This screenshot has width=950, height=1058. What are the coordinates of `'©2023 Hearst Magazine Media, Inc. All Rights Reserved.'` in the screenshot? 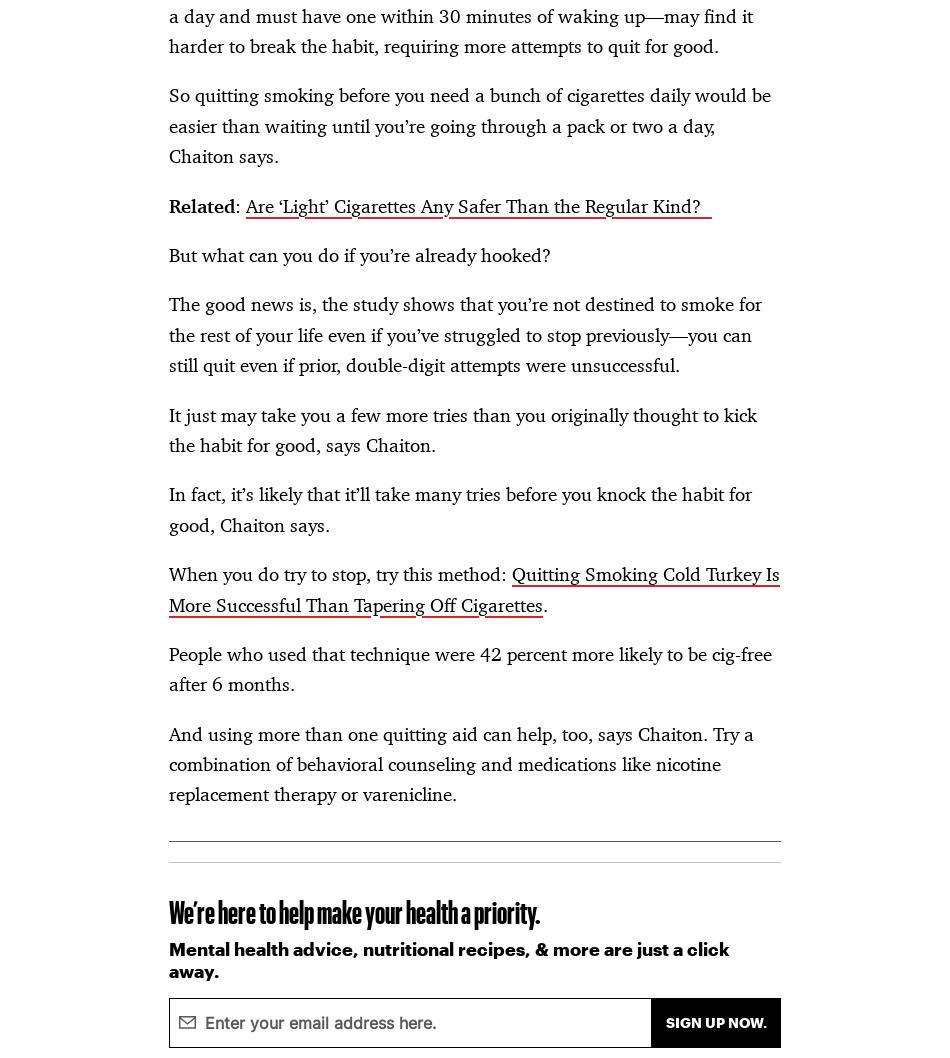 It's located at (39, 332).